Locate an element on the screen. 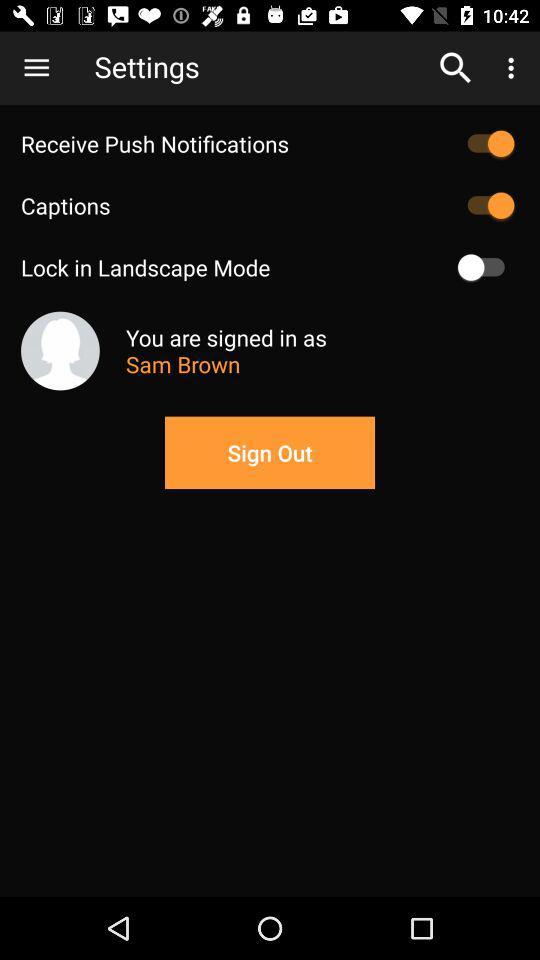 This screenshot has width=540, height=960. switch lock in mode is located at coordinates (485, 266).